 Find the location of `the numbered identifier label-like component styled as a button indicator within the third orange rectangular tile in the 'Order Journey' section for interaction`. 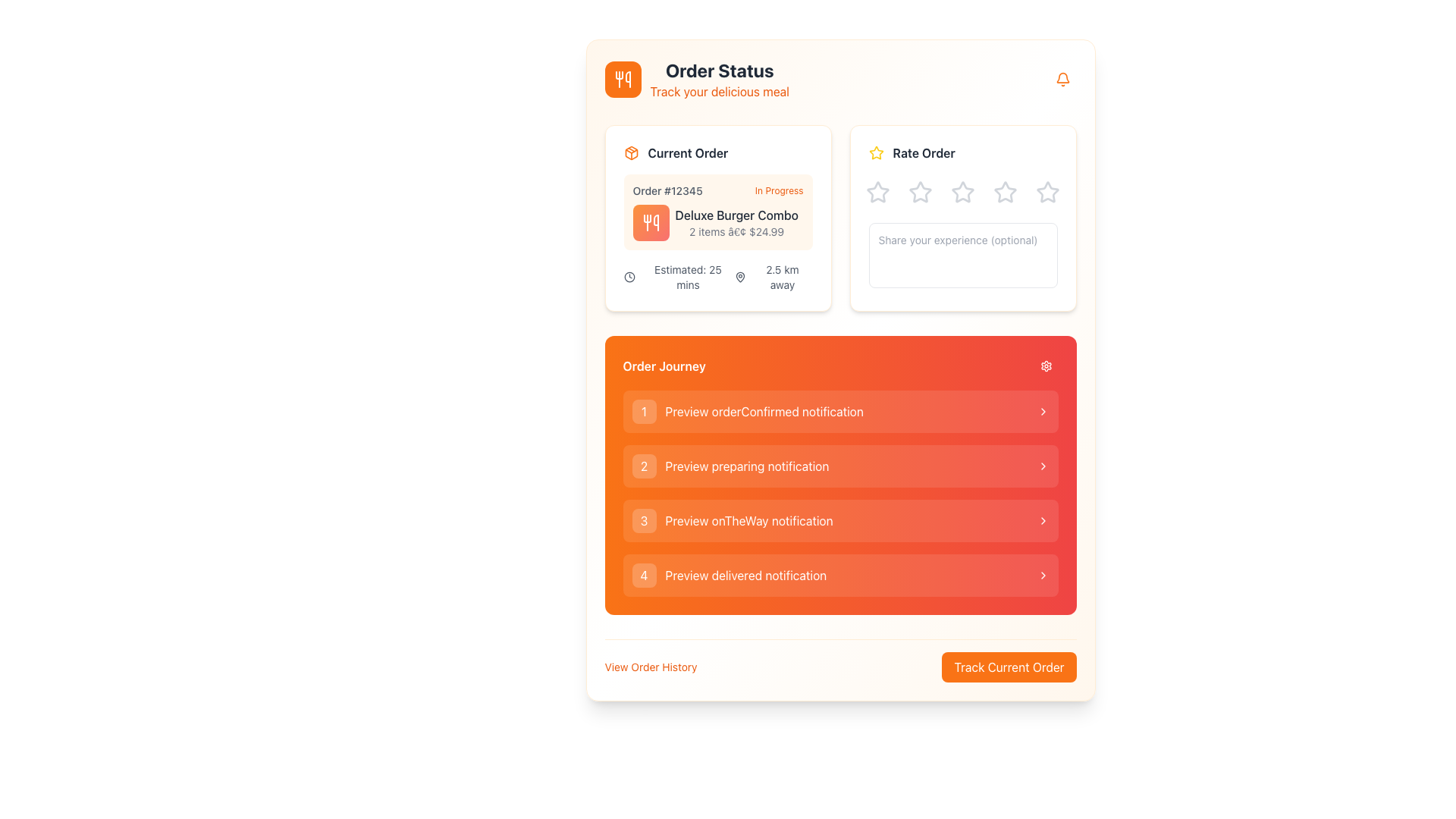

the numbered identifier label-like component styled as a button indicator within the third orange rectangular tile in the 'Order Journey' section for interaction is located at coordinates (644, 519).